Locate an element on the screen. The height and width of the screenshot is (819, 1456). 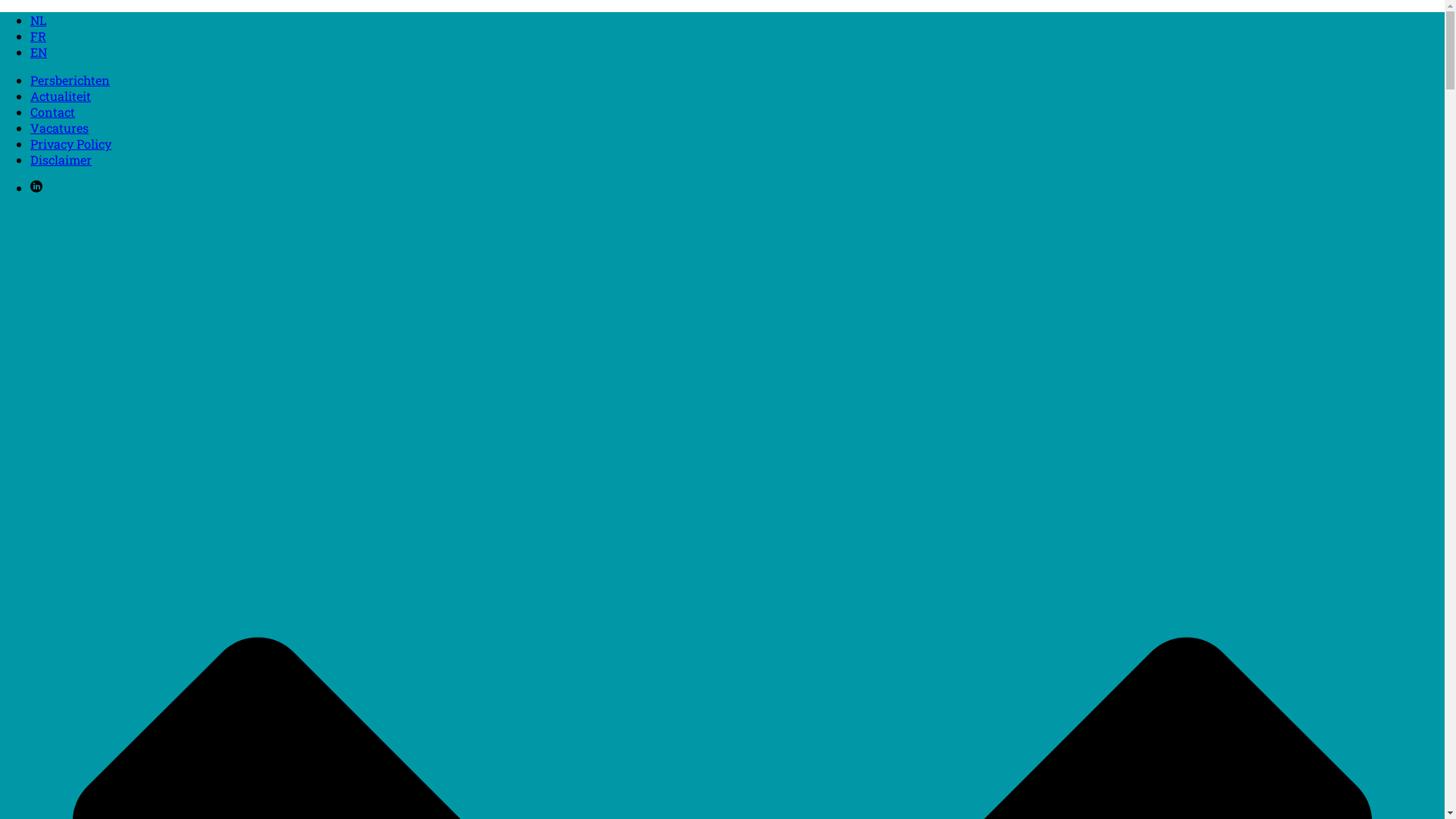
'Disclaimer' is located at coordinates (30, 159).